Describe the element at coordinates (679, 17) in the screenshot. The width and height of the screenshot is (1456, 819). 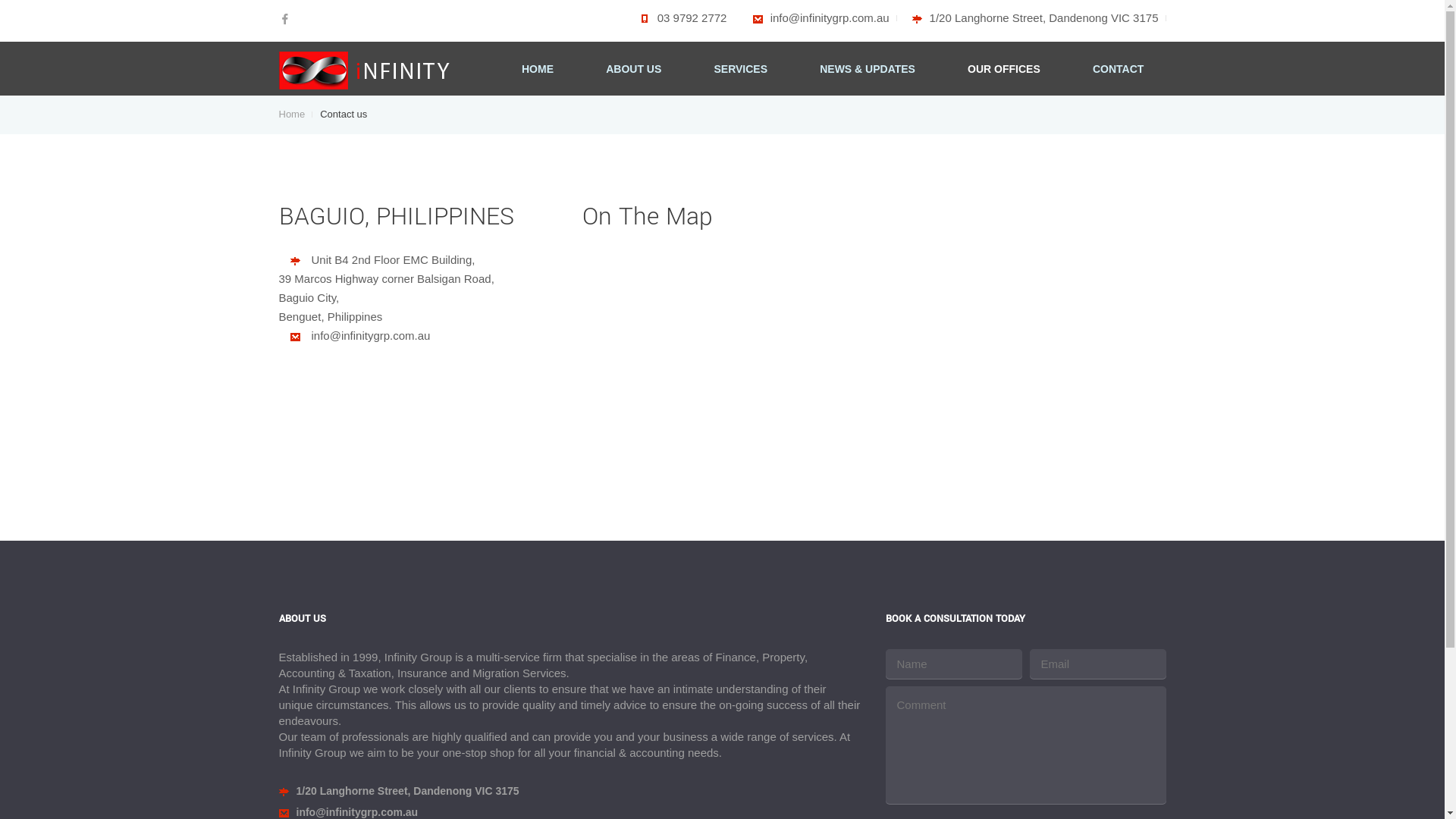
I see `'03 9792 2772'` at that location.